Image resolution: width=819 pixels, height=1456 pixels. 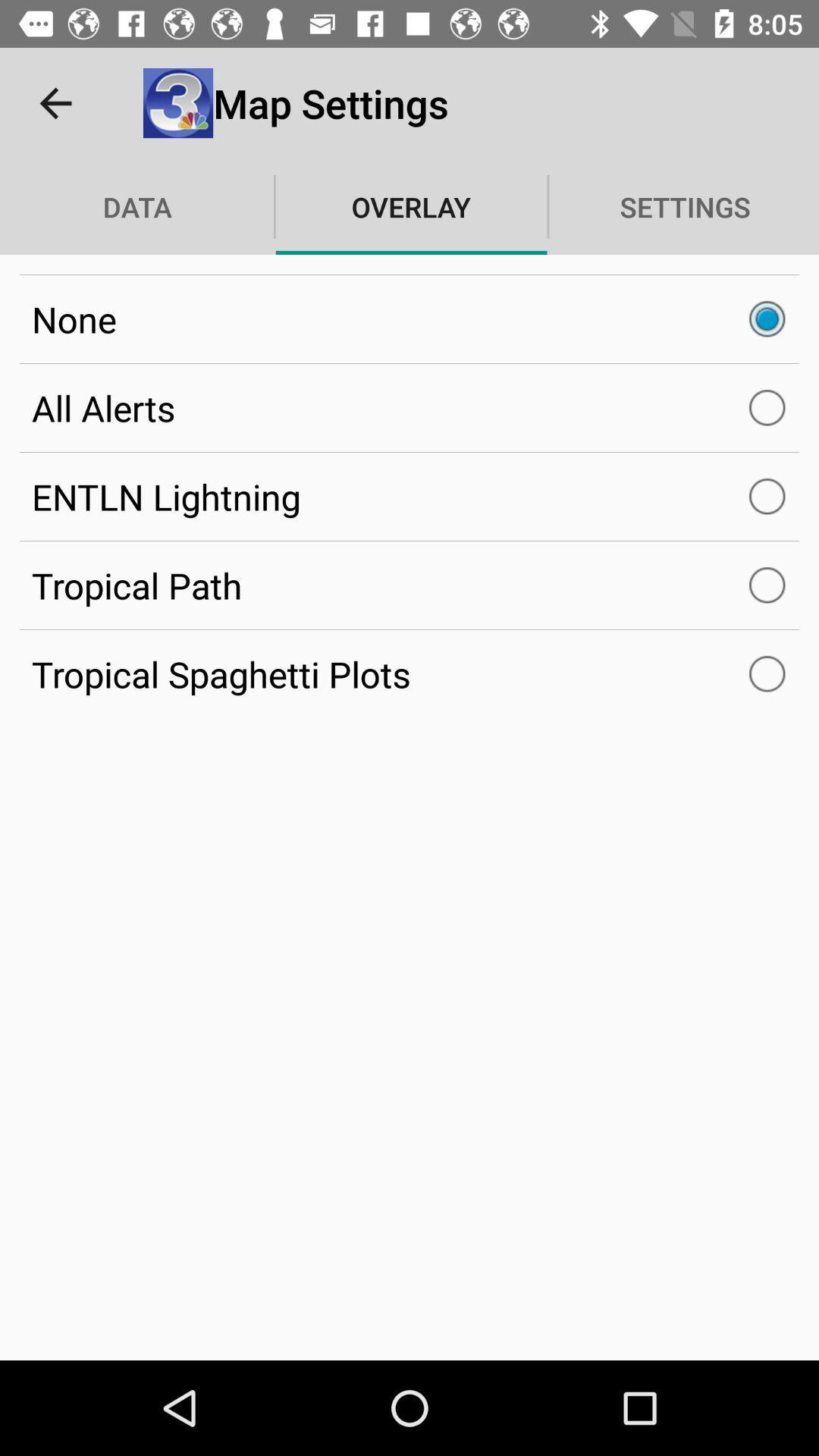 I want to click on all alerts item, so click(x=409, y=408).